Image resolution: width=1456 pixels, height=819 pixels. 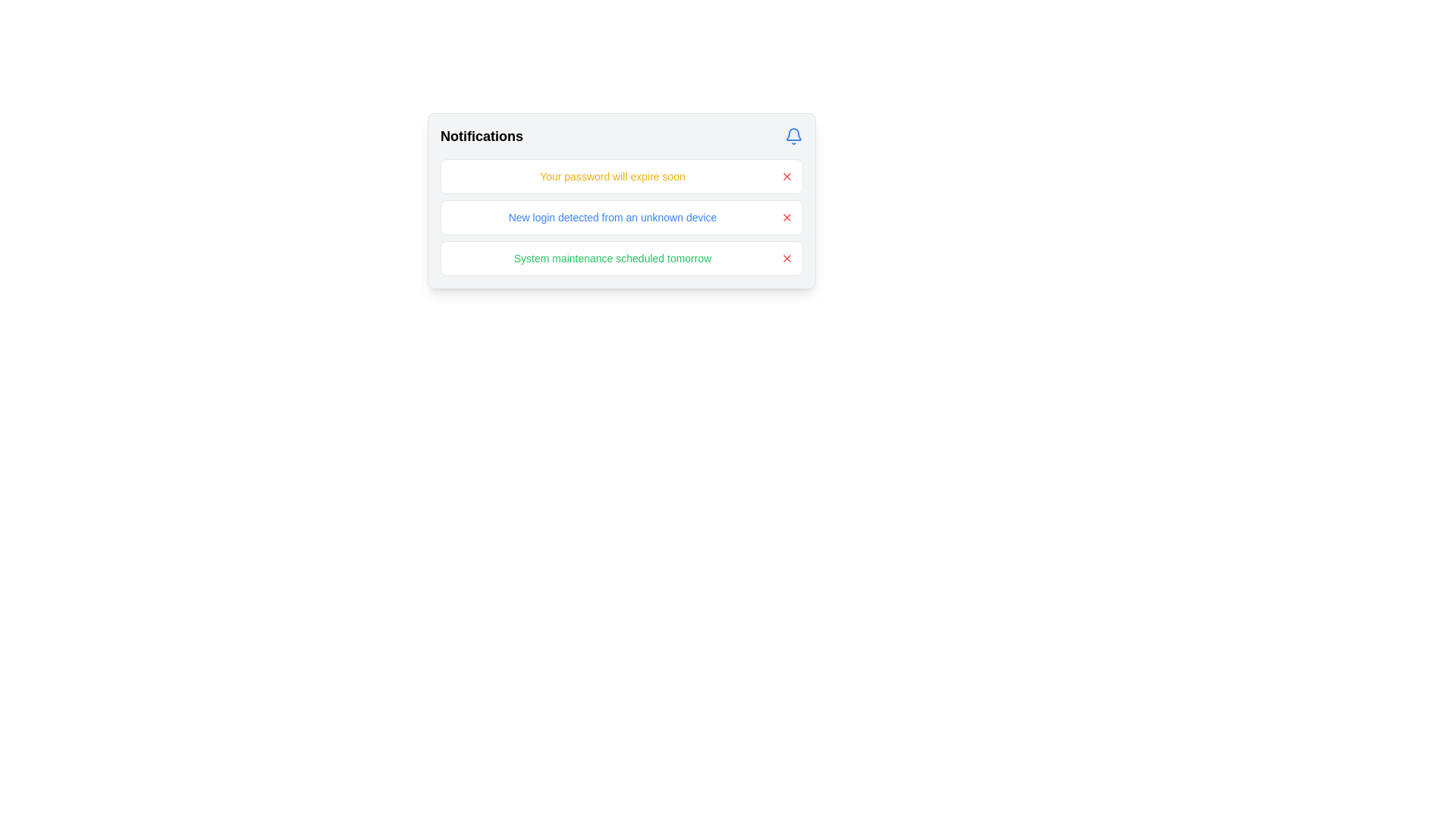 What do you see at coordinates (786, 217) in the screenshot?
I see `the dismiss button located on the far right of the second notification row in the vertical notification list` at bounding box center [786, 217].